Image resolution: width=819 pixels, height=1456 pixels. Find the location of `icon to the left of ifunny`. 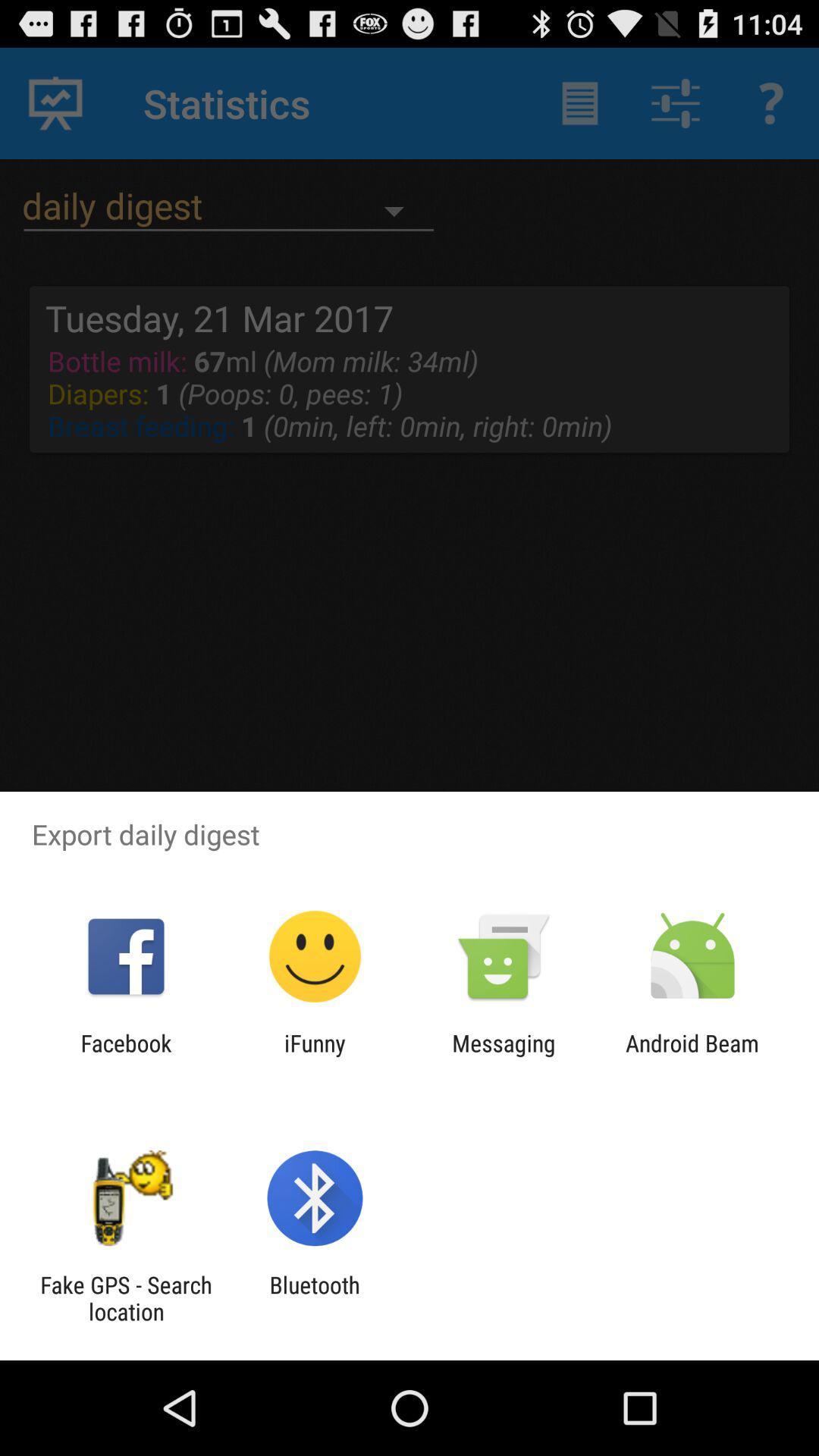

icon to the left of ifunny is located at coordinates (125, 1056).